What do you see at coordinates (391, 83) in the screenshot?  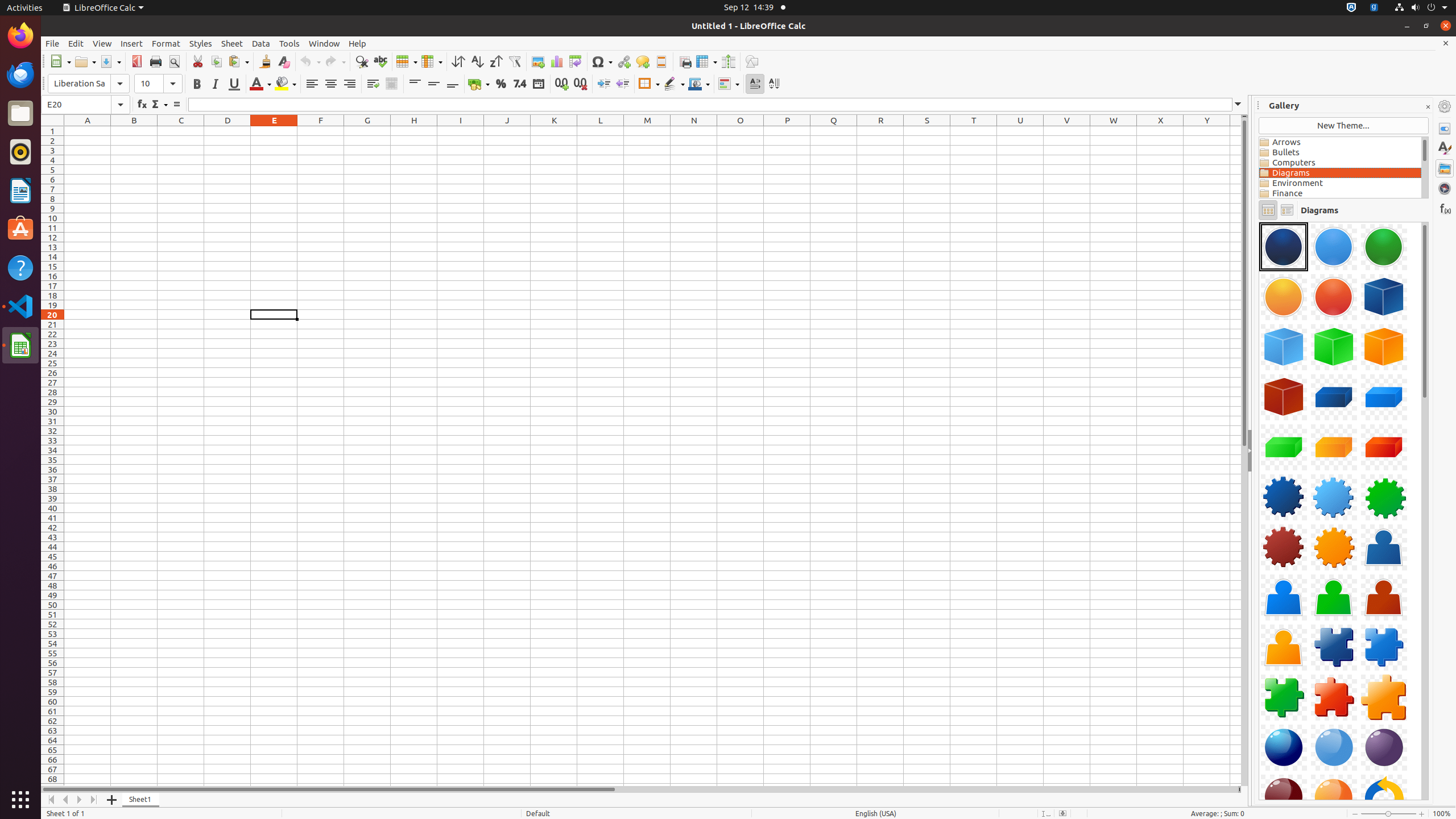 I see `'Merge and Center Cells'` at bounding box center [391, 83].